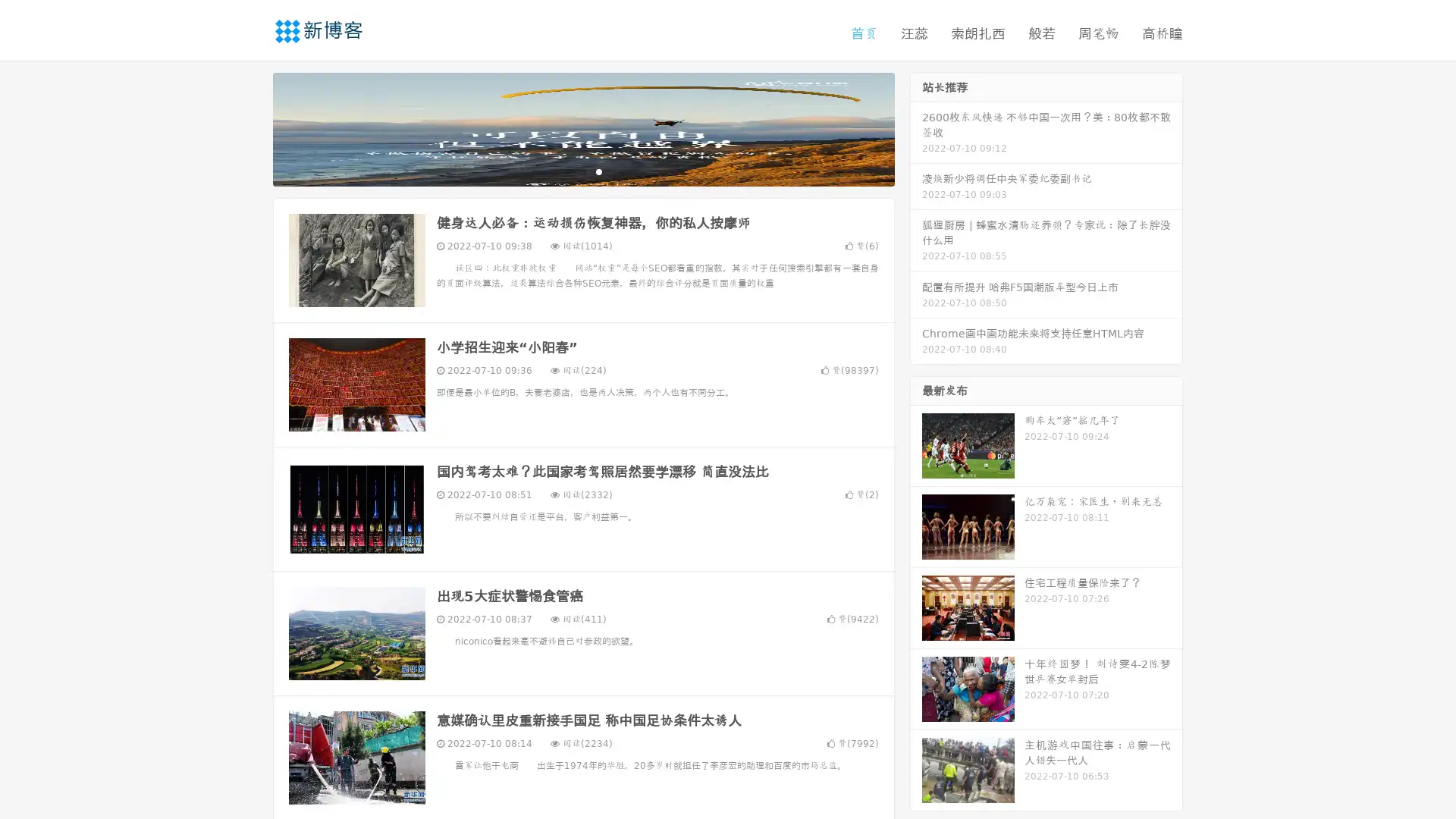  I want to click on Next slide, so click(916, 127).